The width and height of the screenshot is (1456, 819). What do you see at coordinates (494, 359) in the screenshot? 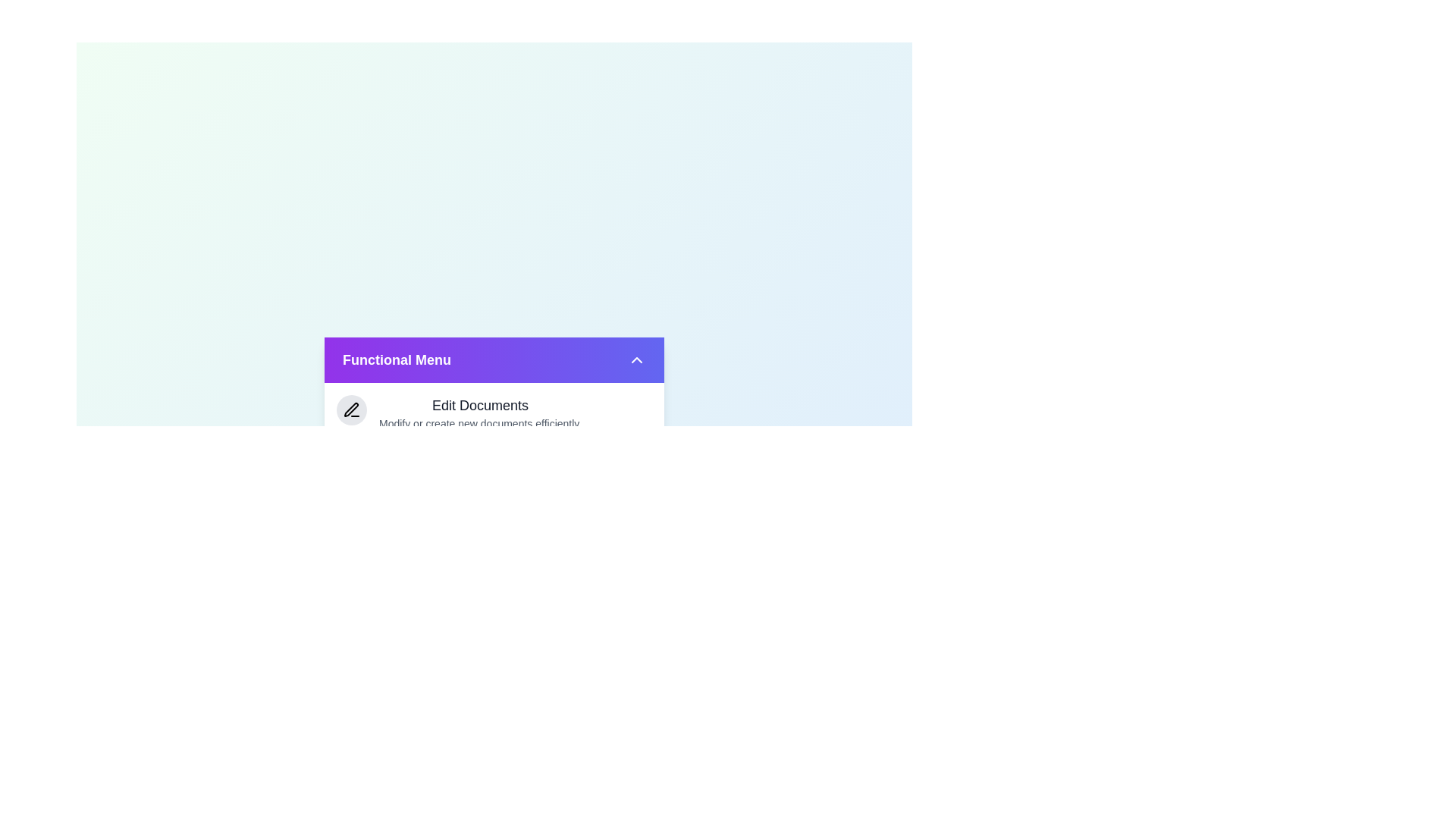
I see `the menu button to toggle the menu open or closed` at bounding box center [494, 359].